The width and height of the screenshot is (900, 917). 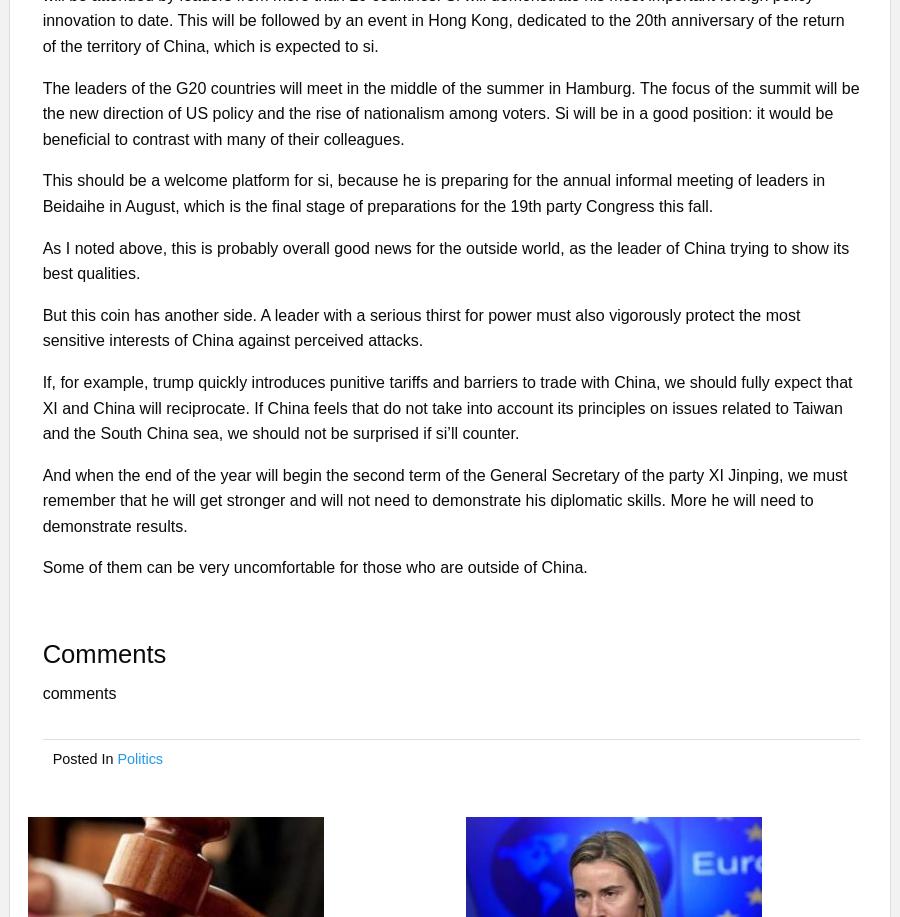 What do you see at coordinates (313, 567) in the screenshot?
I see `'Some of them can be very uncomfortable for those who are outside of China.'` at bounding box center [313, 567].